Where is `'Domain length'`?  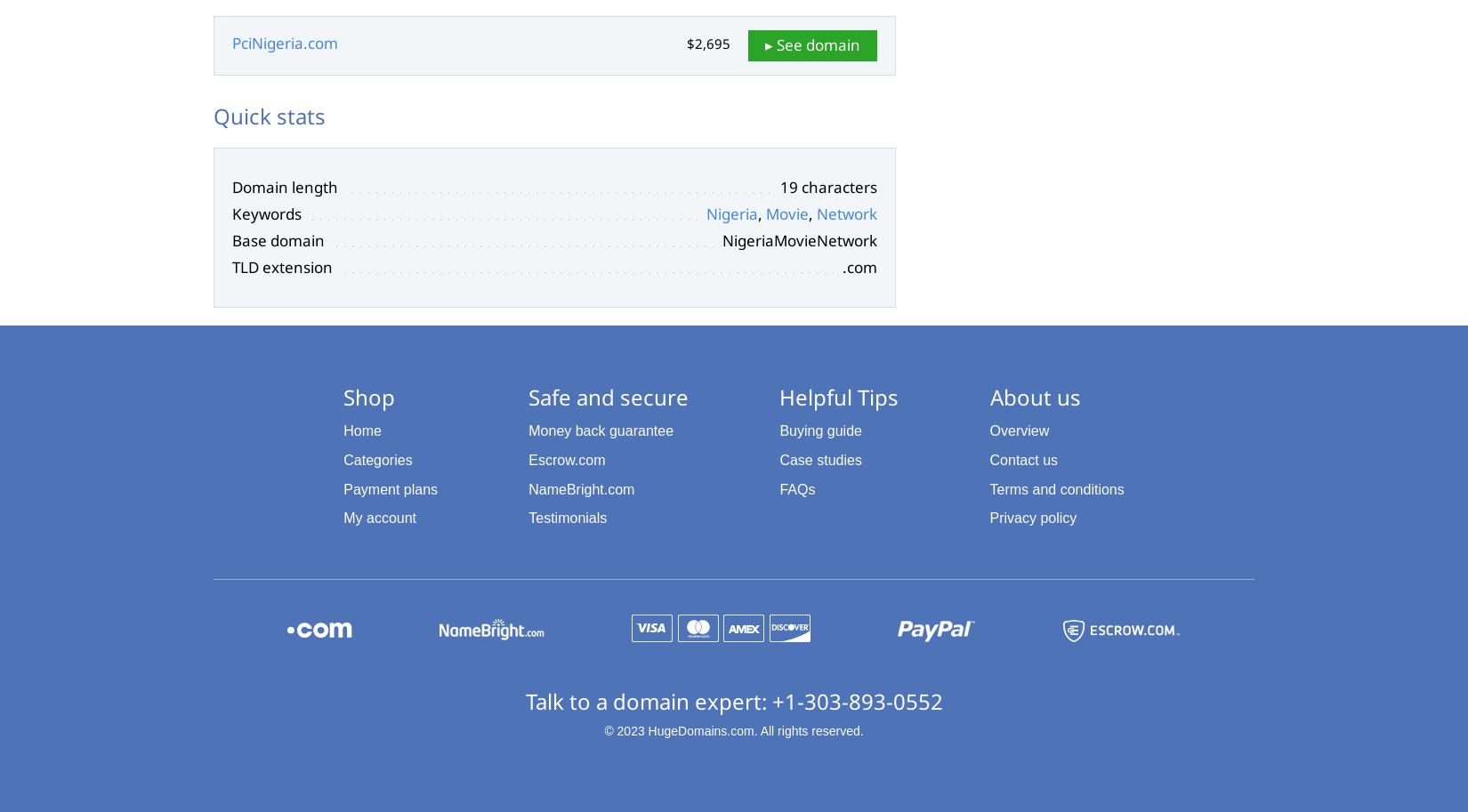 'Domain length' is located at coordinates (285, 186).